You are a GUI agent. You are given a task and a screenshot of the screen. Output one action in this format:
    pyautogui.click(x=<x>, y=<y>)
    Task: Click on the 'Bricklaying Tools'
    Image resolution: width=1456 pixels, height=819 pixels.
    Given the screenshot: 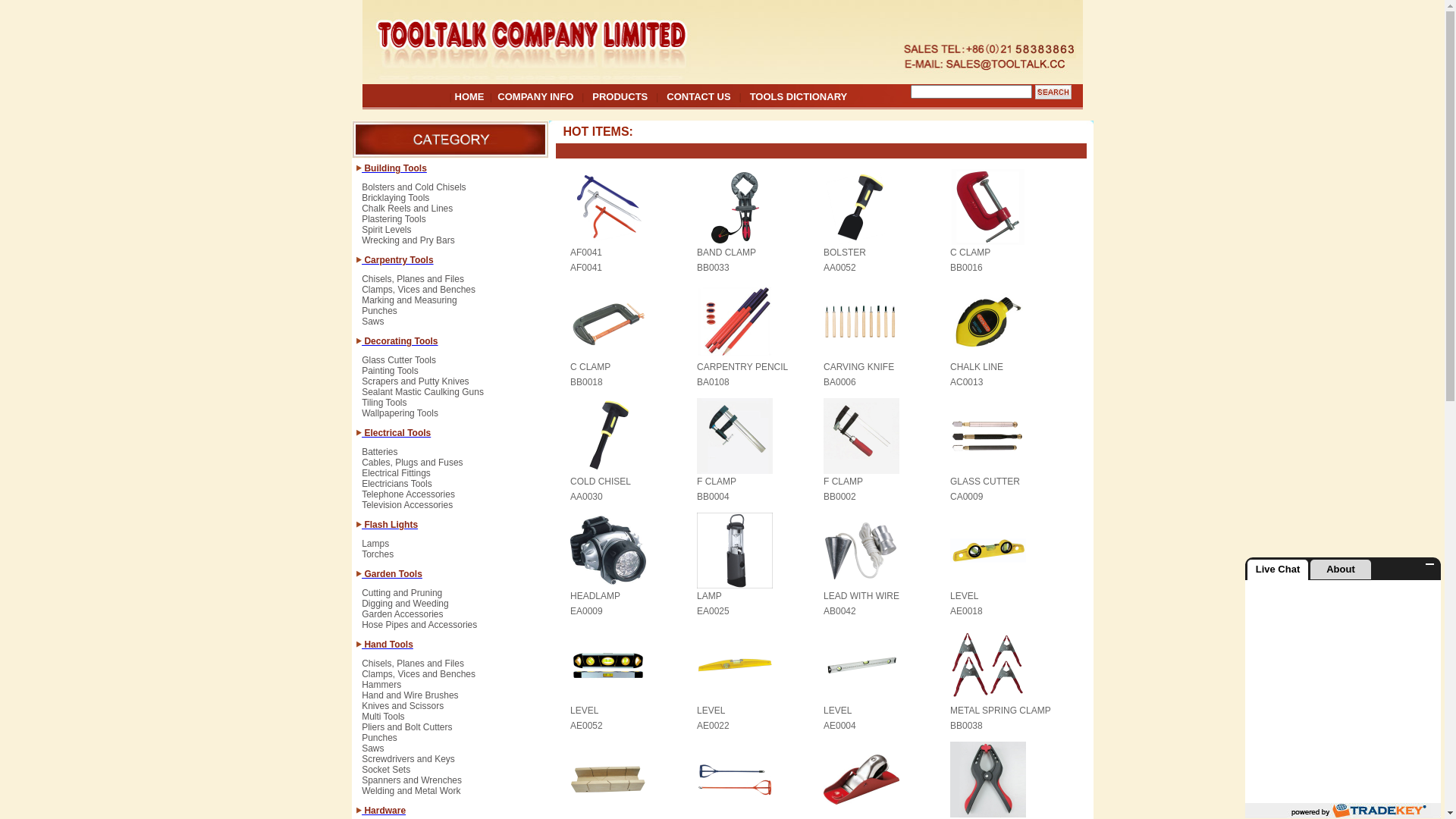 What is the action you would take?
    pyautogui.click(x=395, y=202)
    